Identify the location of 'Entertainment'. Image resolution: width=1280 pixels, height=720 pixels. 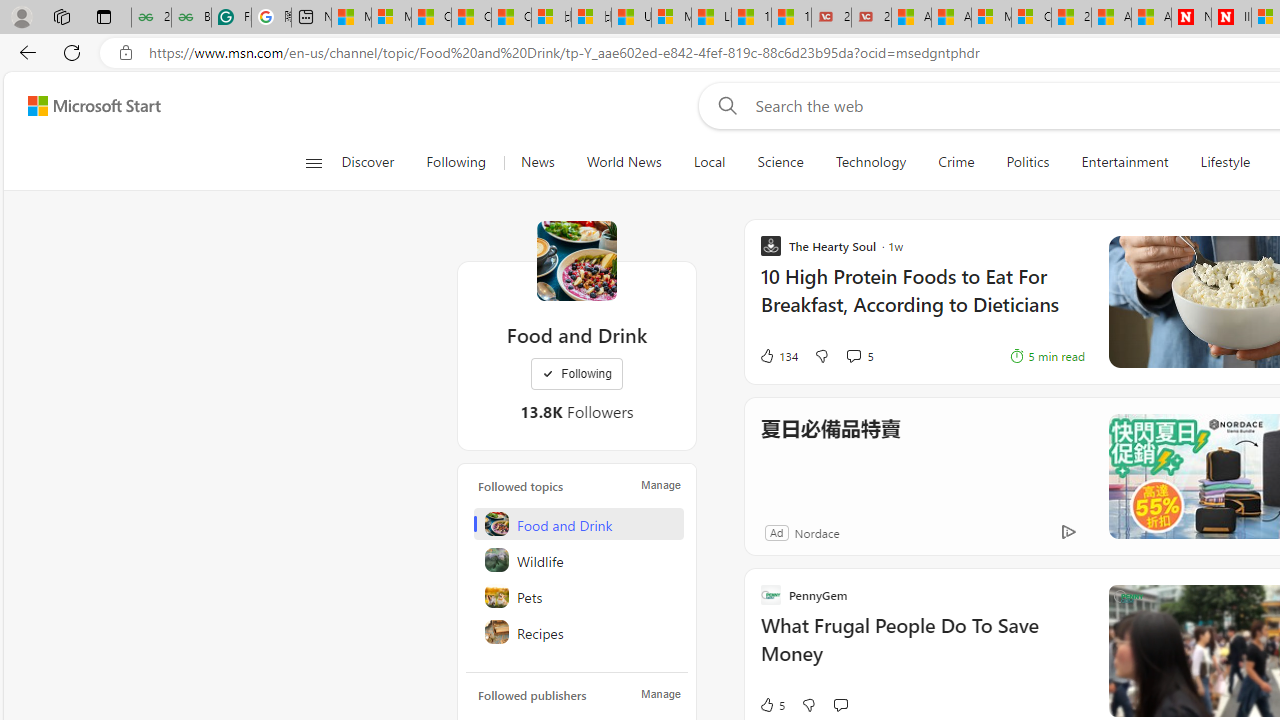
(1125, 162).